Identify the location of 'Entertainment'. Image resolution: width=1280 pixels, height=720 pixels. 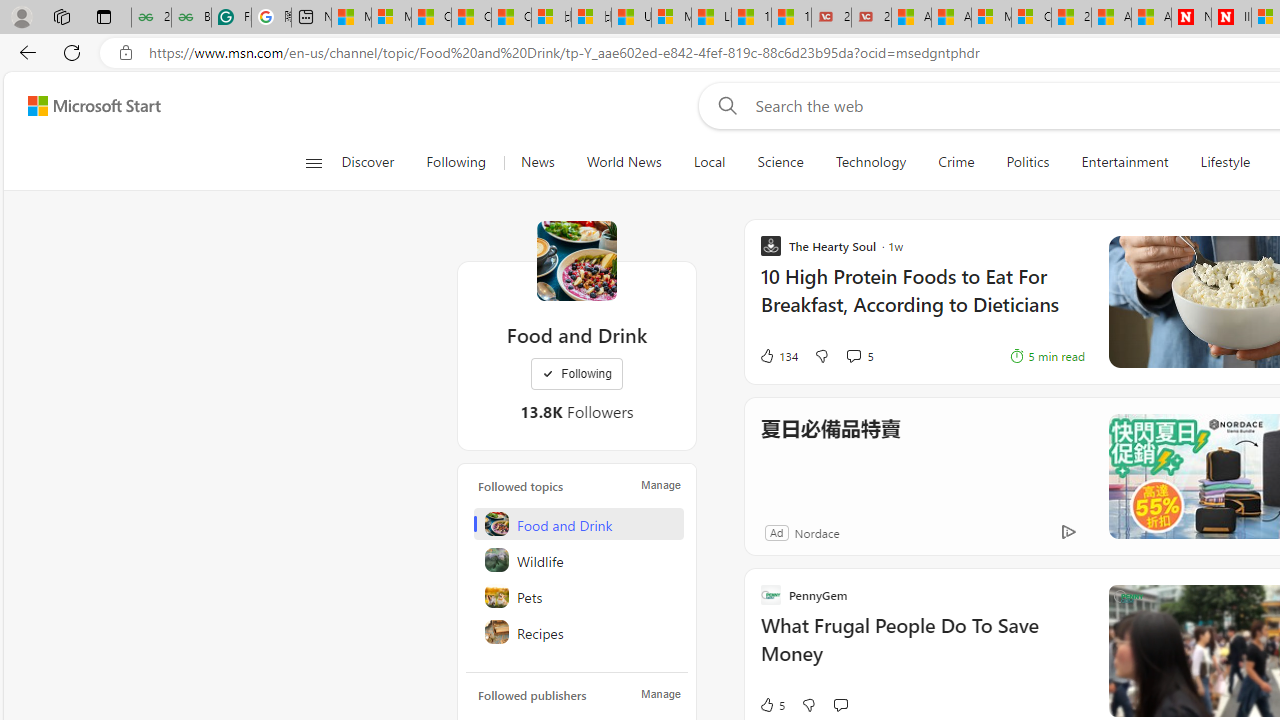
(1125, 162).